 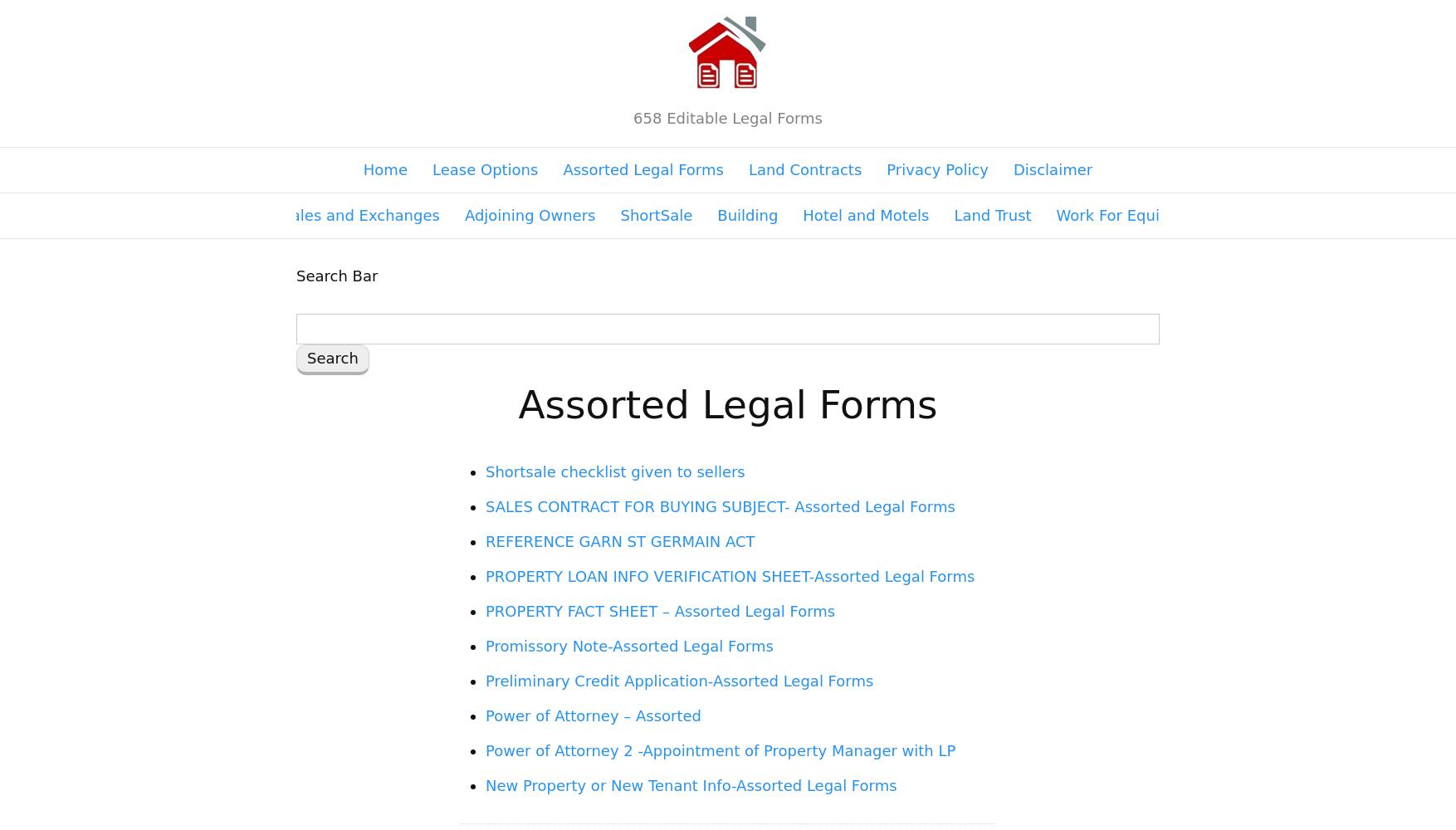 I want to click on 'SALES CONTRACT FOR BUYING SUBJECT- Assorted Legal Forms', so click(x=719, y=505).